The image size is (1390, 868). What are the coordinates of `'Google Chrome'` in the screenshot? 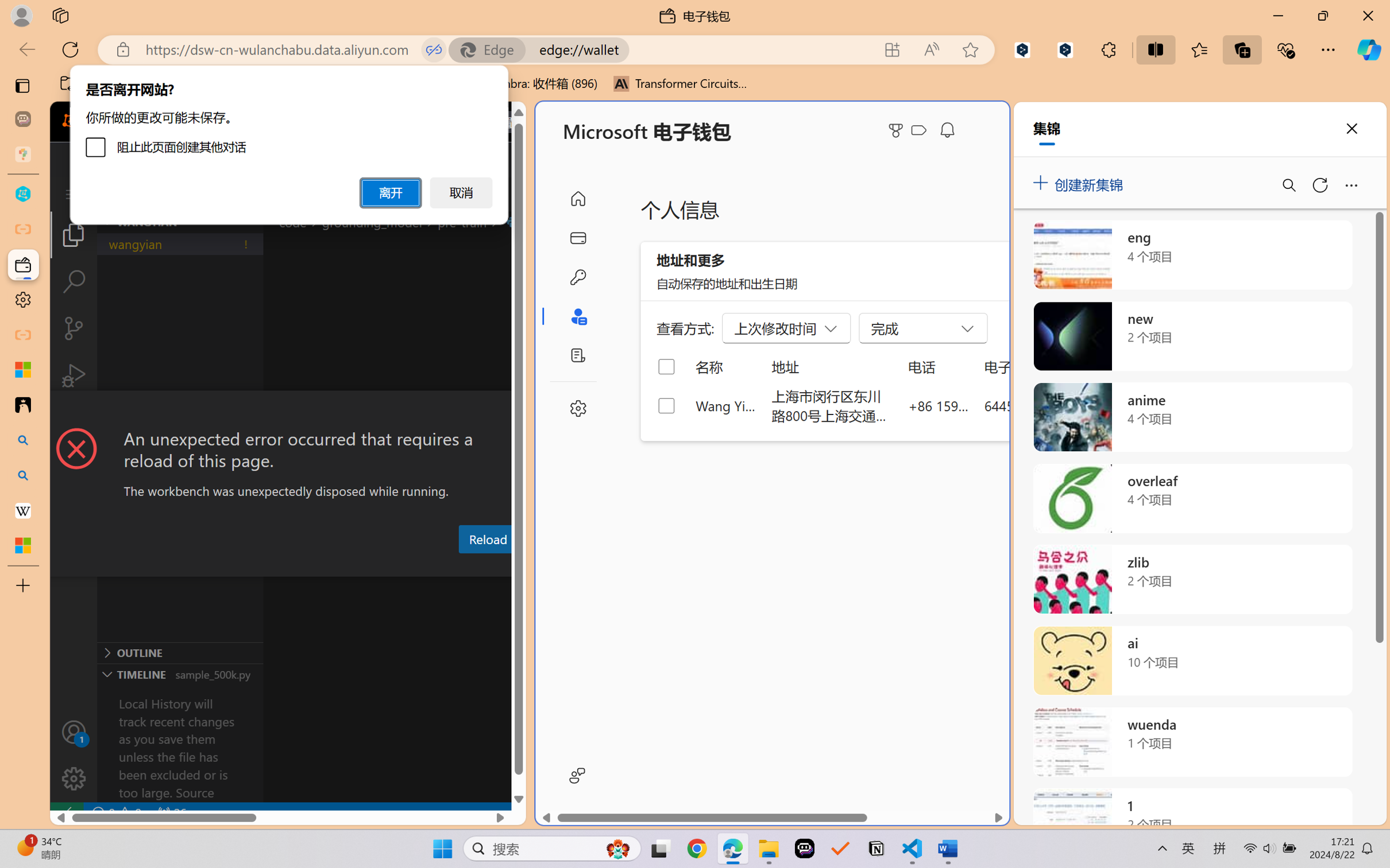 It's located at (697, 848).